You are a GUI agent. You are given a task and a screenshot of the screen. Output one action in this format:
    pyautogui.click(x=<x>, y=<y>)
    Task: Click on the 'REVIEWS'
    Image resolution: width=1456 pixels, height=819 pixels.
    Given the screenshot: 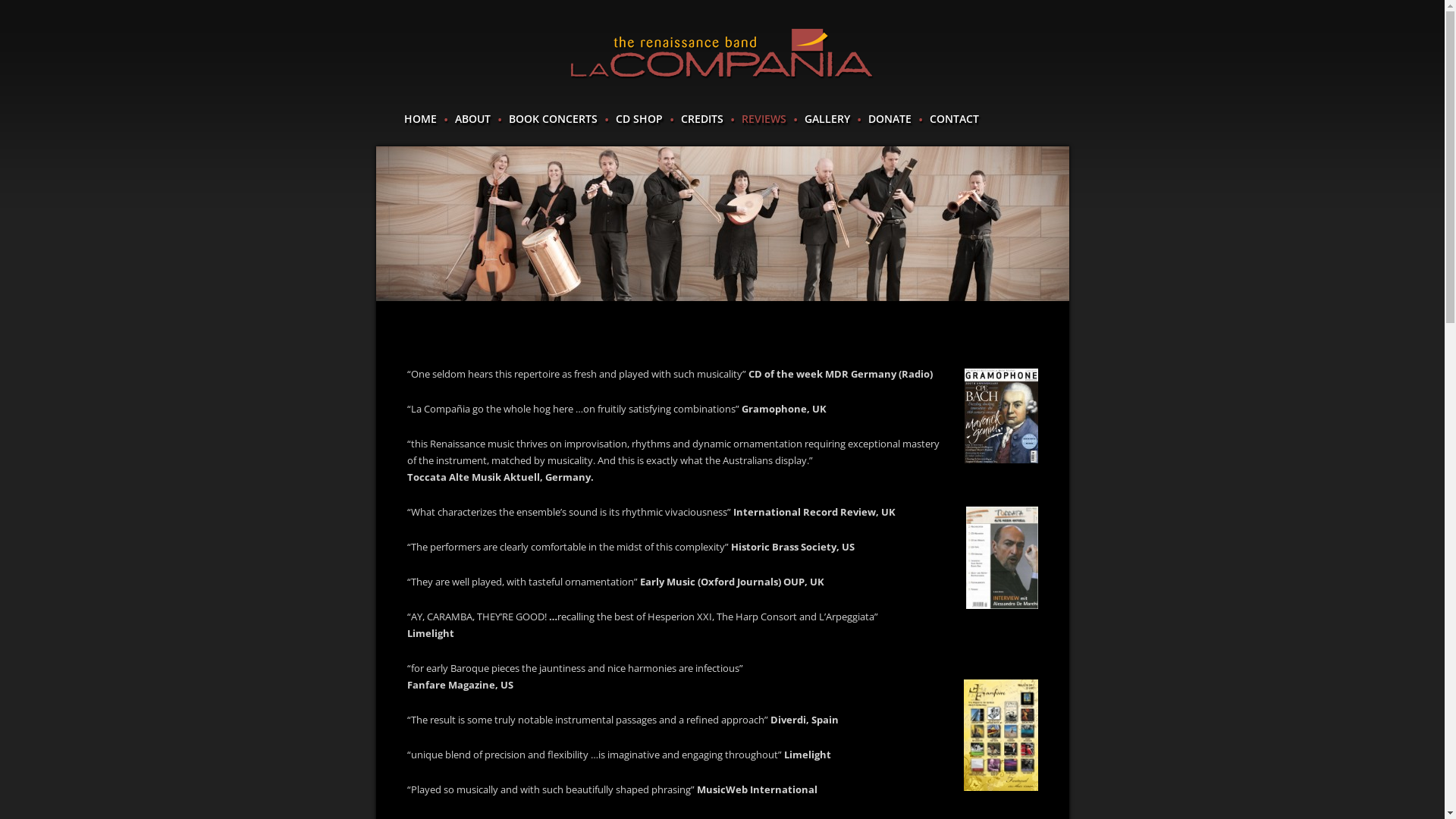 What is the action you would take?
    pyautogui.click(x=764, y=118)
    